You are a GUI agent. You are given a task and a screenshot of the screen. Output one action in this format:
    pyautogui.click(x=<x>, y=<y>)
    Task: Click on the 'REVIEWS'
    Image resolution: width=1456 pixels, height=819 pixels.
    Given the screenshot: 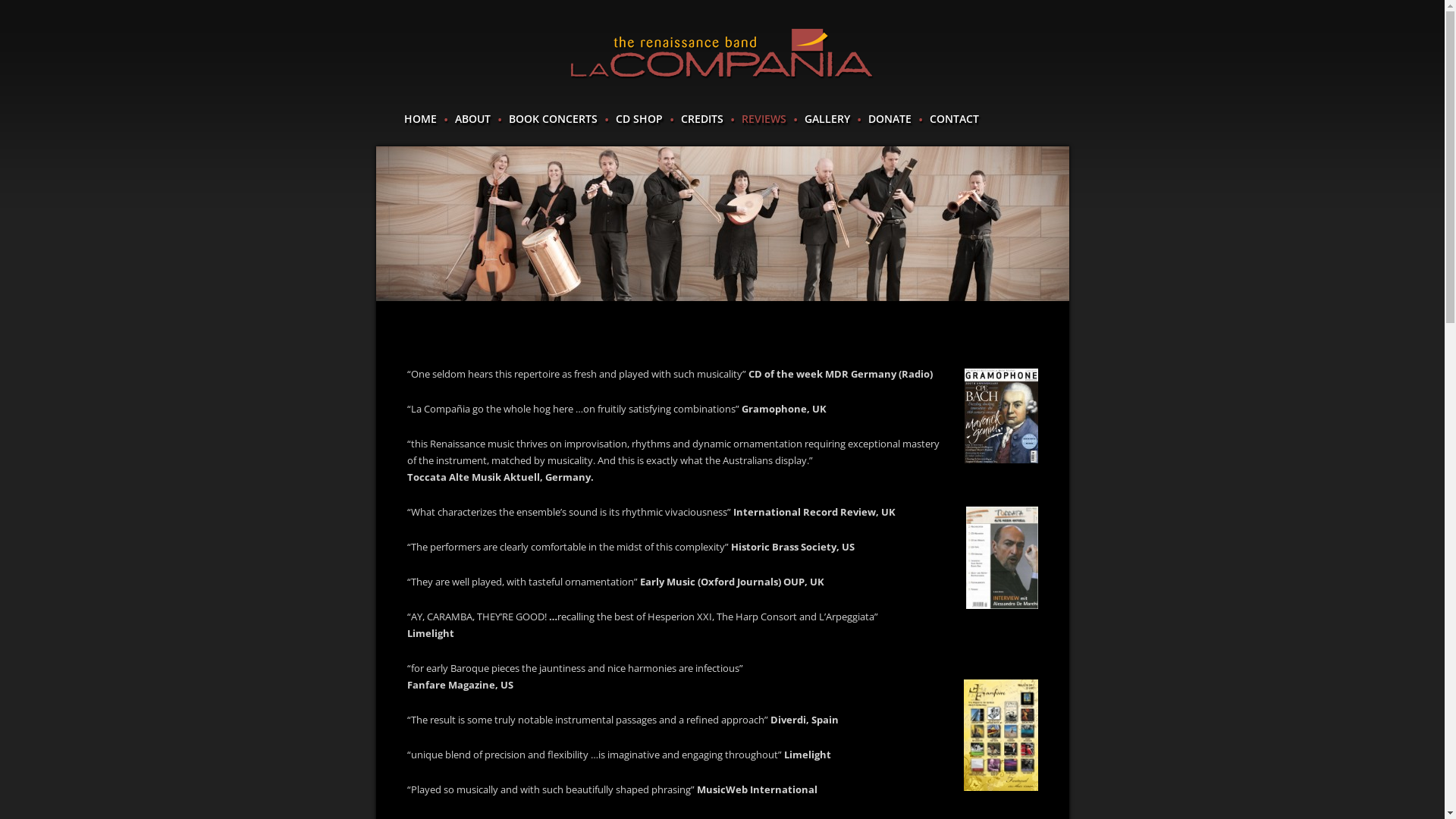 What is the action you would take?
    pyautogui.click(x=764, y=118)
    